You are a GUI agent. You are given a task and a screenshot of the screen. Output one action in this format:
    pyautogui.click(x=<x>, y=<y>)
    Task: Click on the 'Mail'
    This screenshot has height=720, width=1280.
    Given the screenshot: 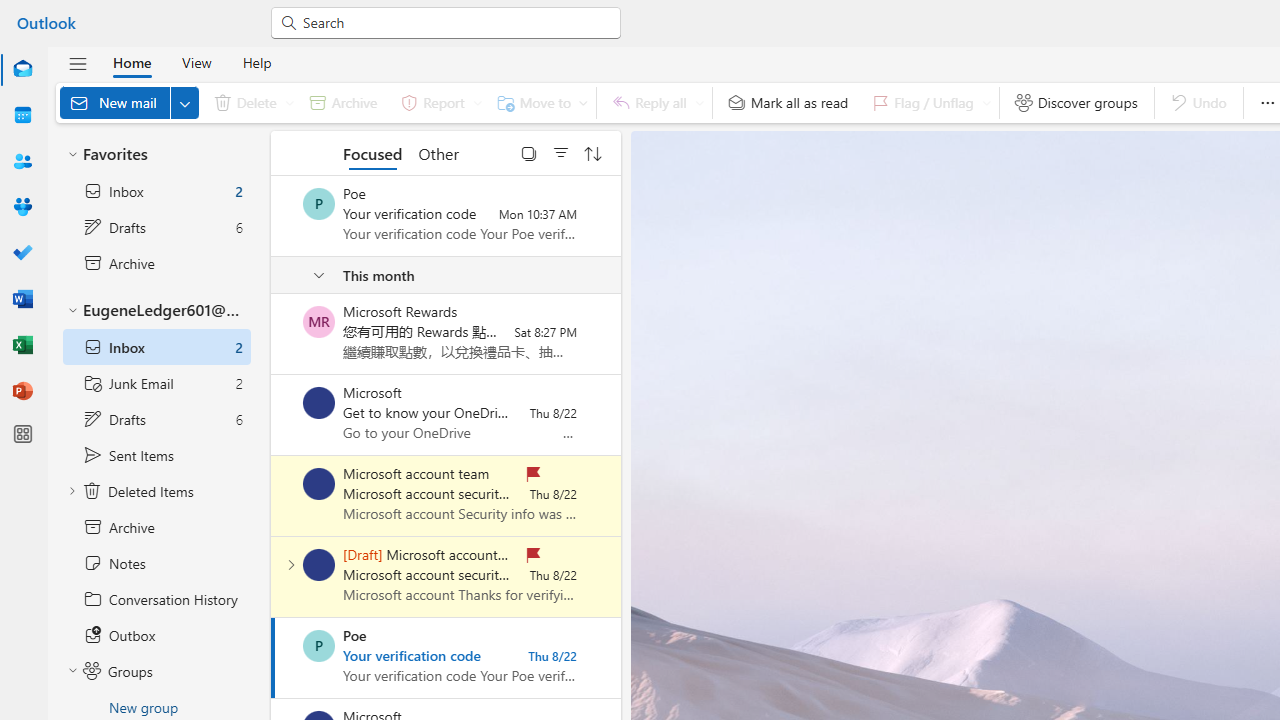 What is the action you would take?
    pyautogui.click(x=23, y=68)
    